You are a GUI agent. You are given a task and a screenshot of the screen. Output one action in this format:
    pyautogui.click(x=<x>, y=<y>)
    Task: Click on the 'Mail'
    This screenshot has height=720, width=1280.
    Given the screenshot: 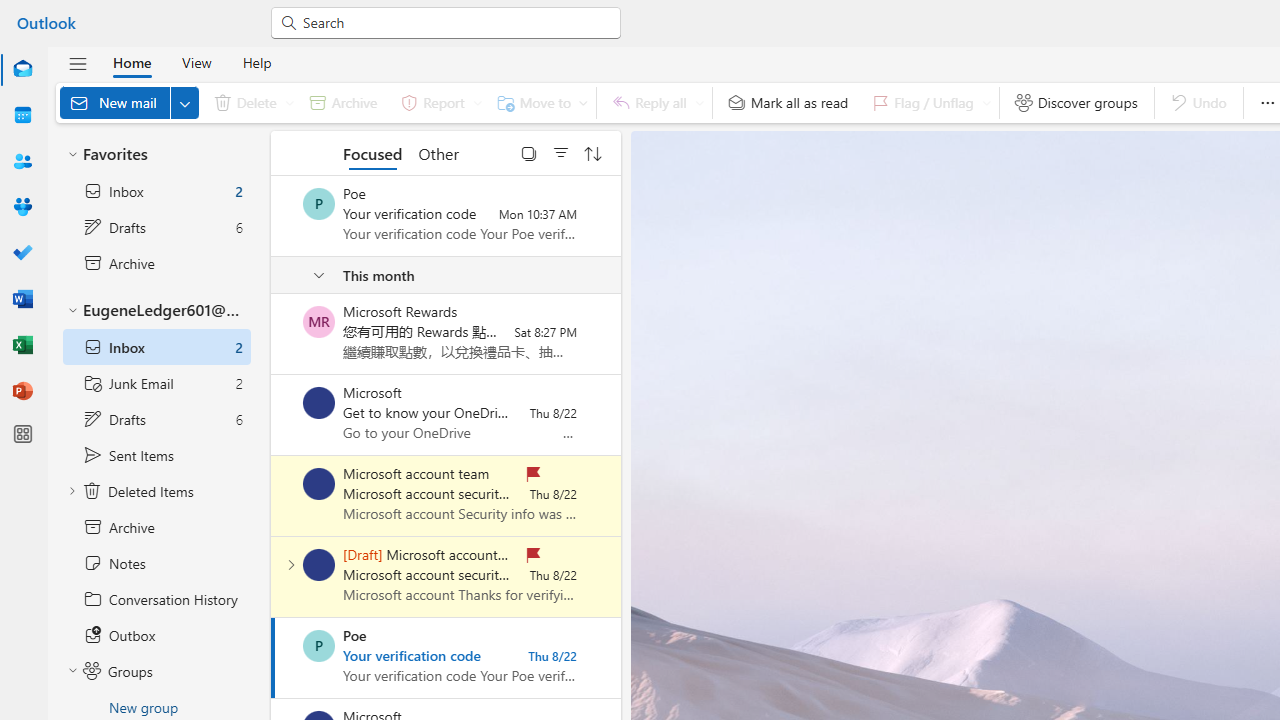 What is the action you would take?
    pyautogui.click(x=23, y=68)
    